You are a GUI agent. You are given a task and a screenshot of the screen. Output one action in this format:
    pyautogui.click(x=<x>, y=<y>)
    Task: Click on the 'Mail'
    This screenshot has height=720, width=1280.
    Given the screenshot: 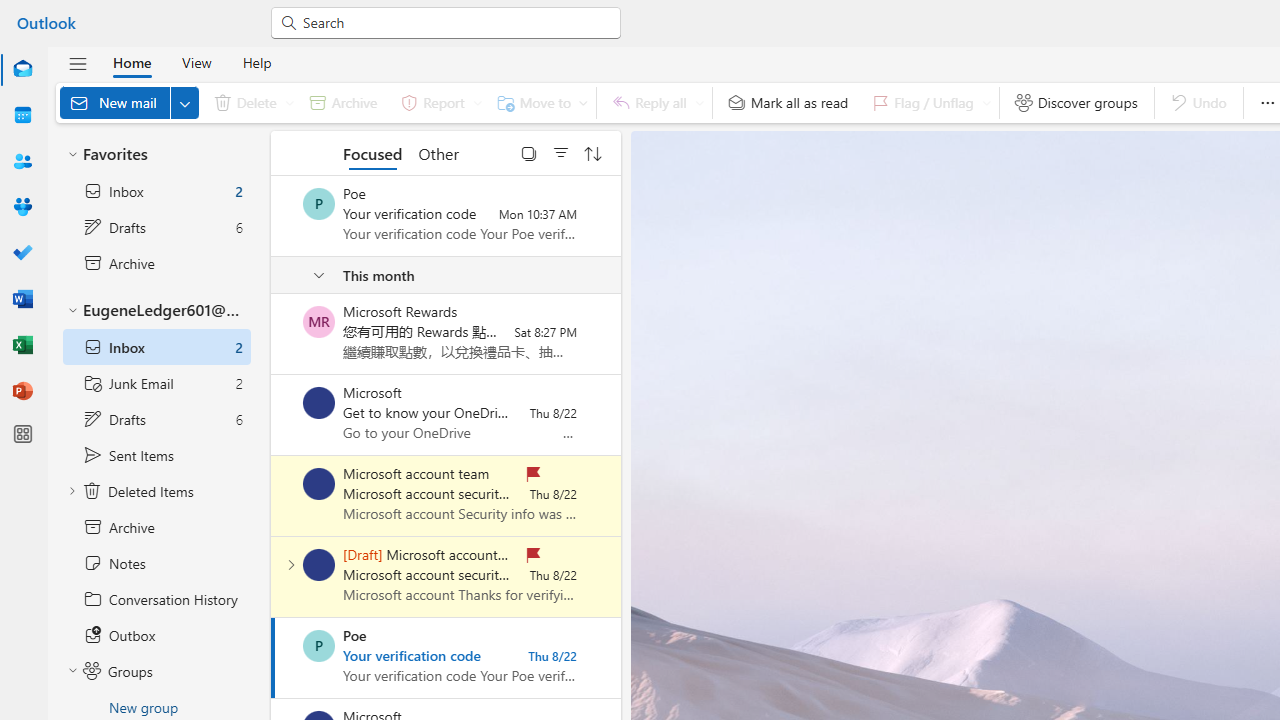 What is the action you would take?
    pyautogui.click(x=23, y=68)
    